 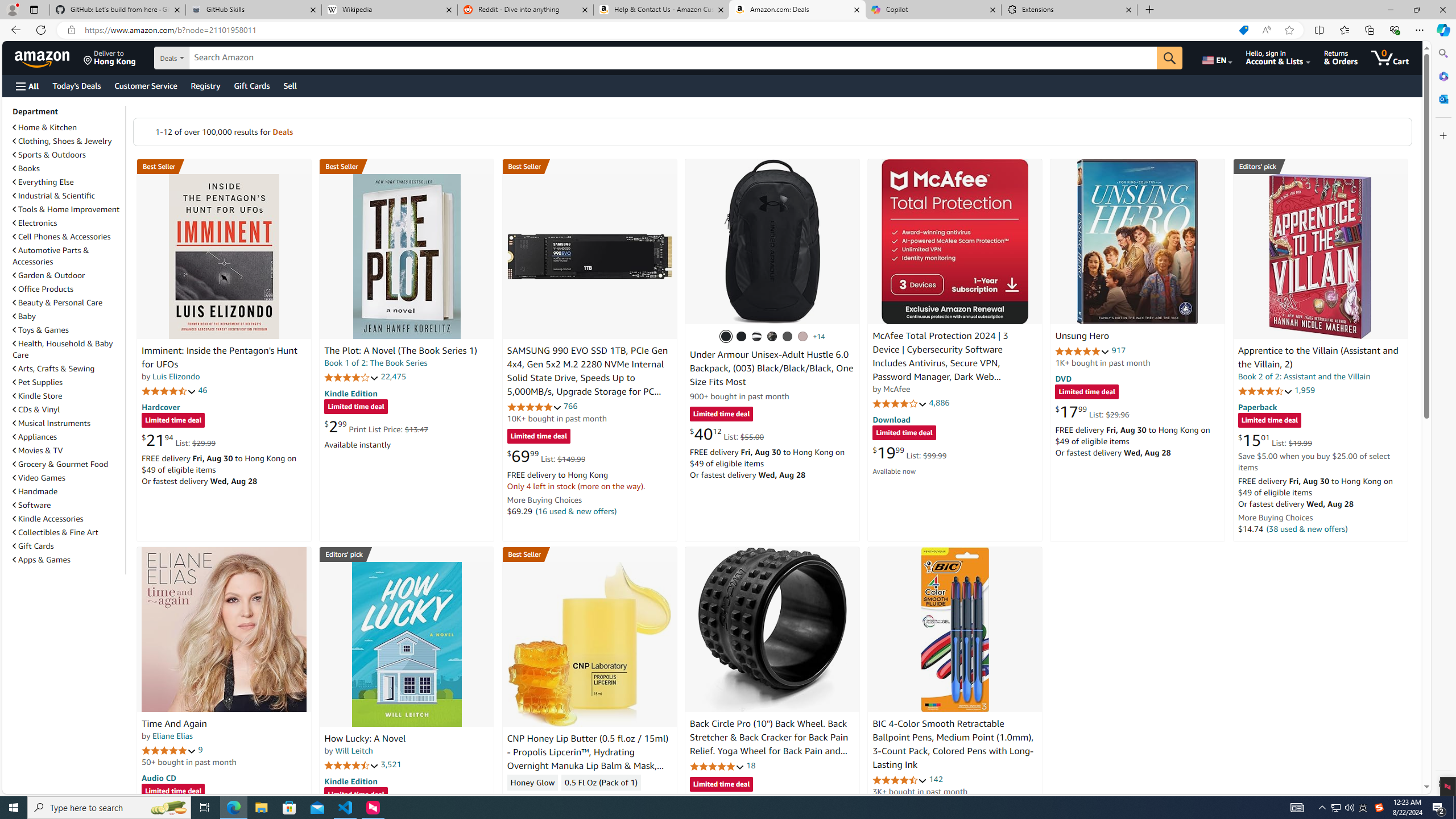 What do you see at coordinates (200, 749) in the screenshot?
I see `'9'` at bounding box center [200, 749].